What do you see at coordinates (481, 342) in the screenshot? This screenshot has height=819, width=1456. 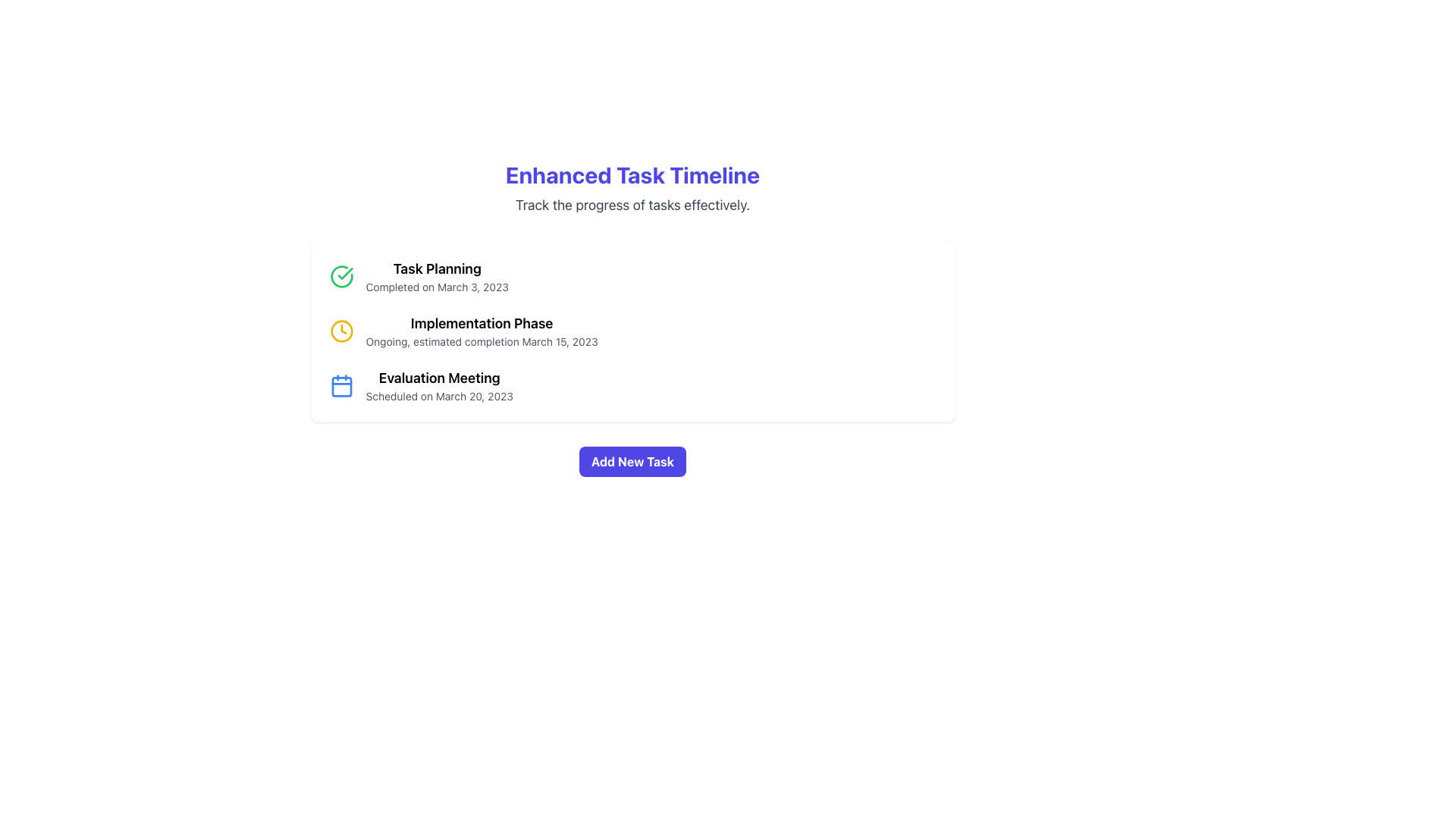 I see `the text label that says 'Ongoing, estimated completion March 15, 2023', which is styled in gray and positioned below the heading 'Implementation Phase'` at bounding box center [481, 342].